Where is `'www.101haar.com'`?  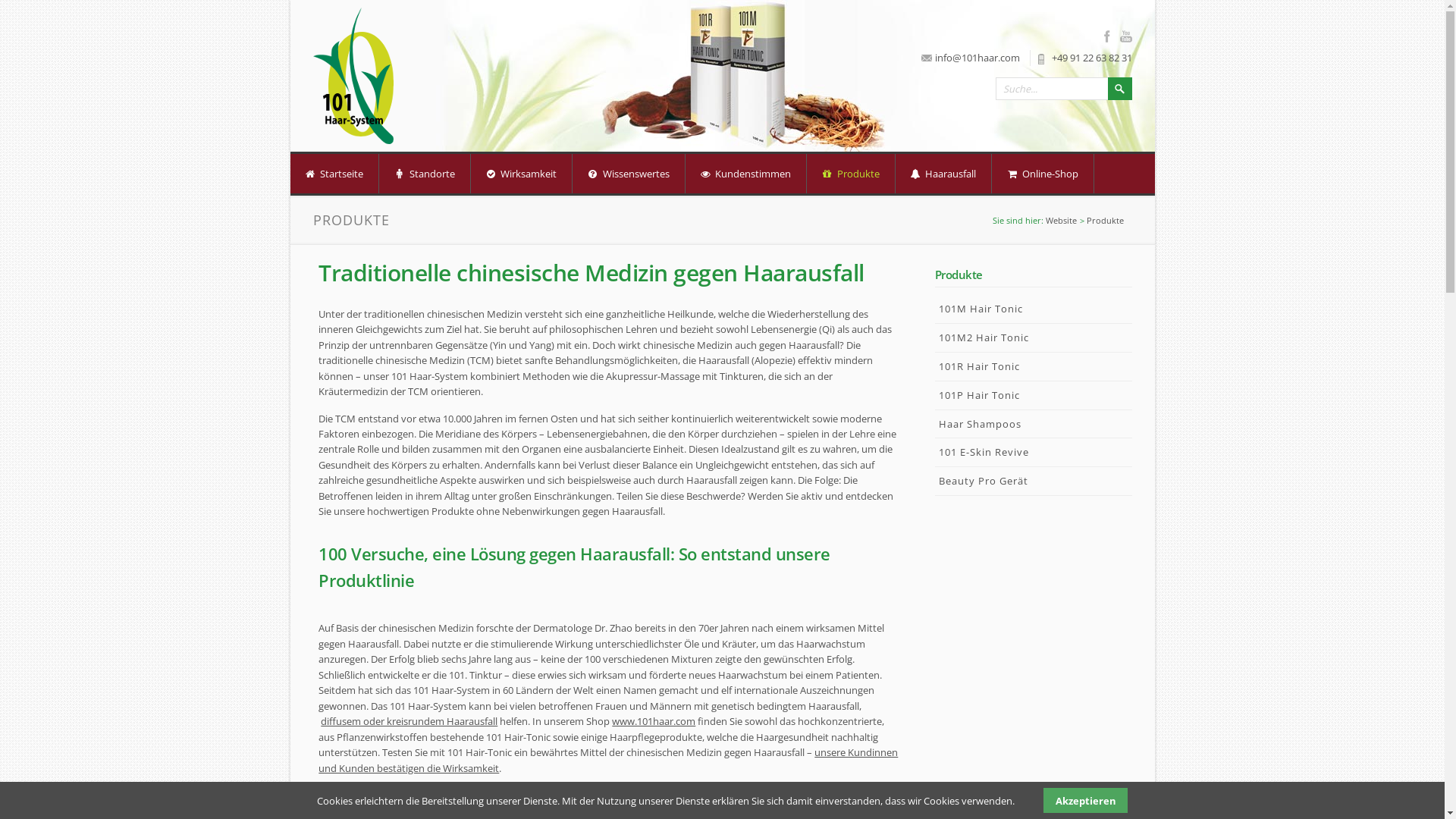
'www.101haar.com' is located at coordinates (654, 720).